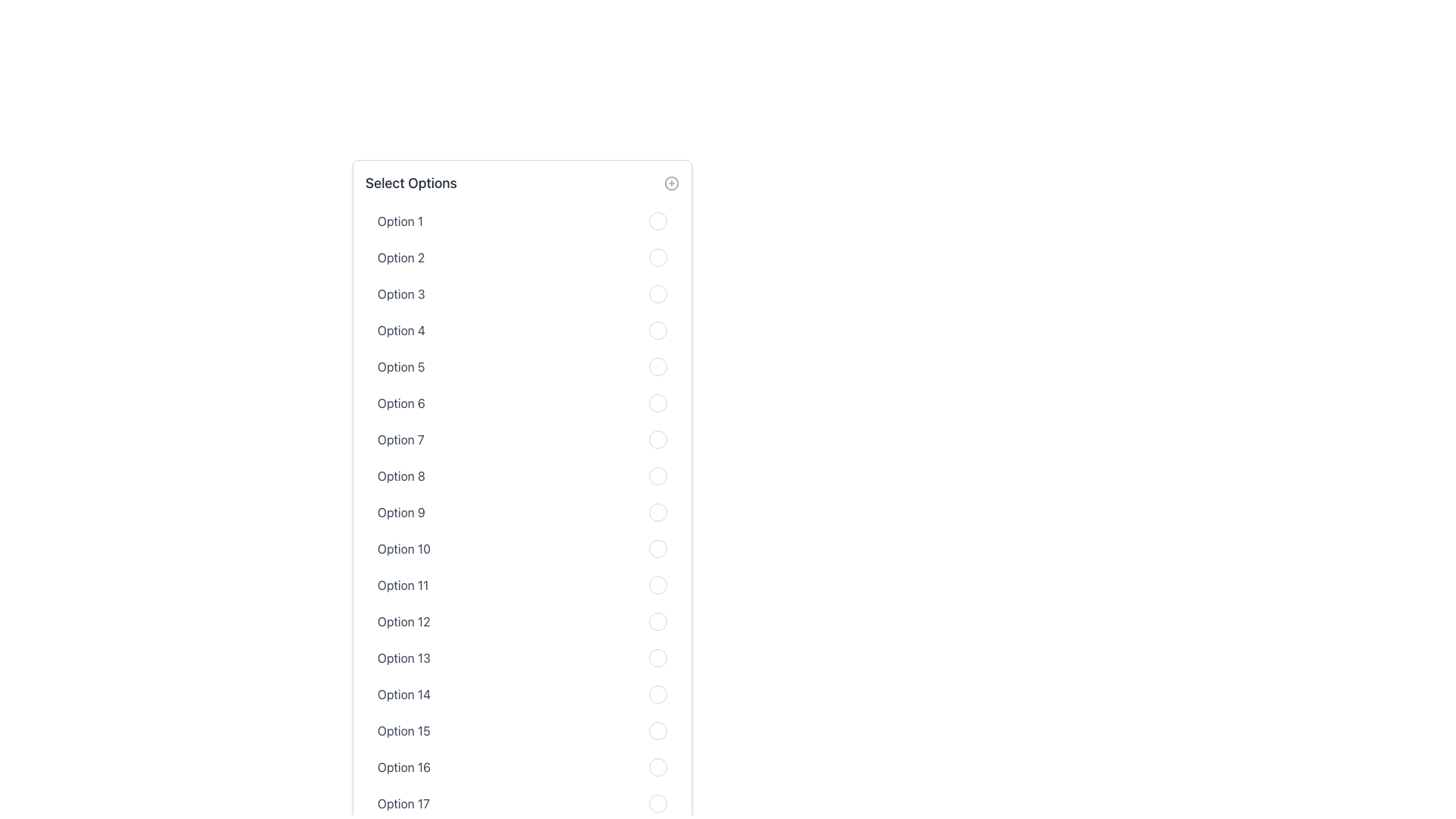 This screenshot has width=1456, height=819. What do you see at coordinates (522, 475) in the screenshot?
I see `the unselected radio button for 'Option 8'` at bounding box center [522, 475].